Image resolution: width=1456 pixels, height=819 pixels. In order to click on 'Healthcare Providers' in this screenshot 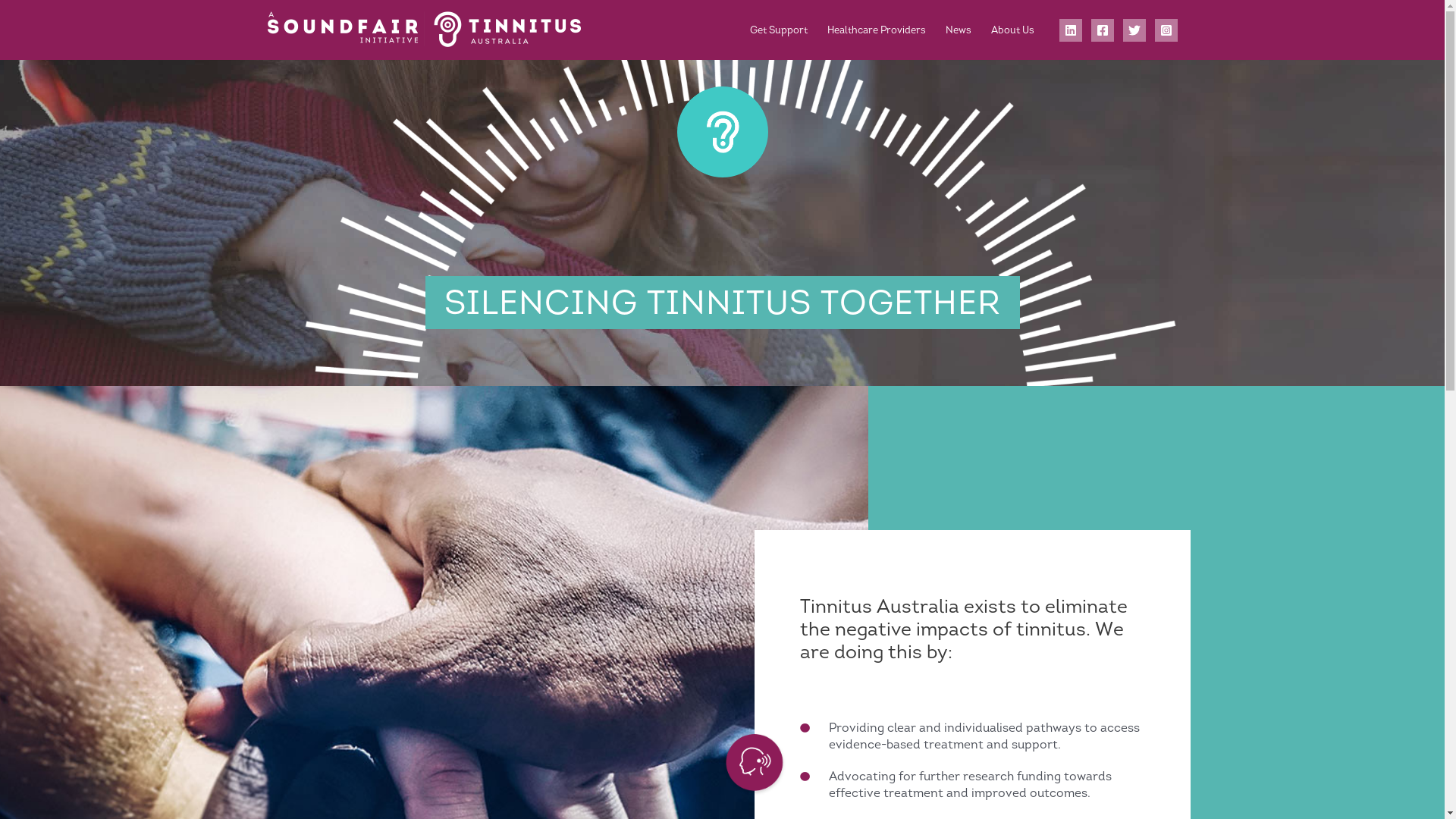, I will do `click(877, 29)`.